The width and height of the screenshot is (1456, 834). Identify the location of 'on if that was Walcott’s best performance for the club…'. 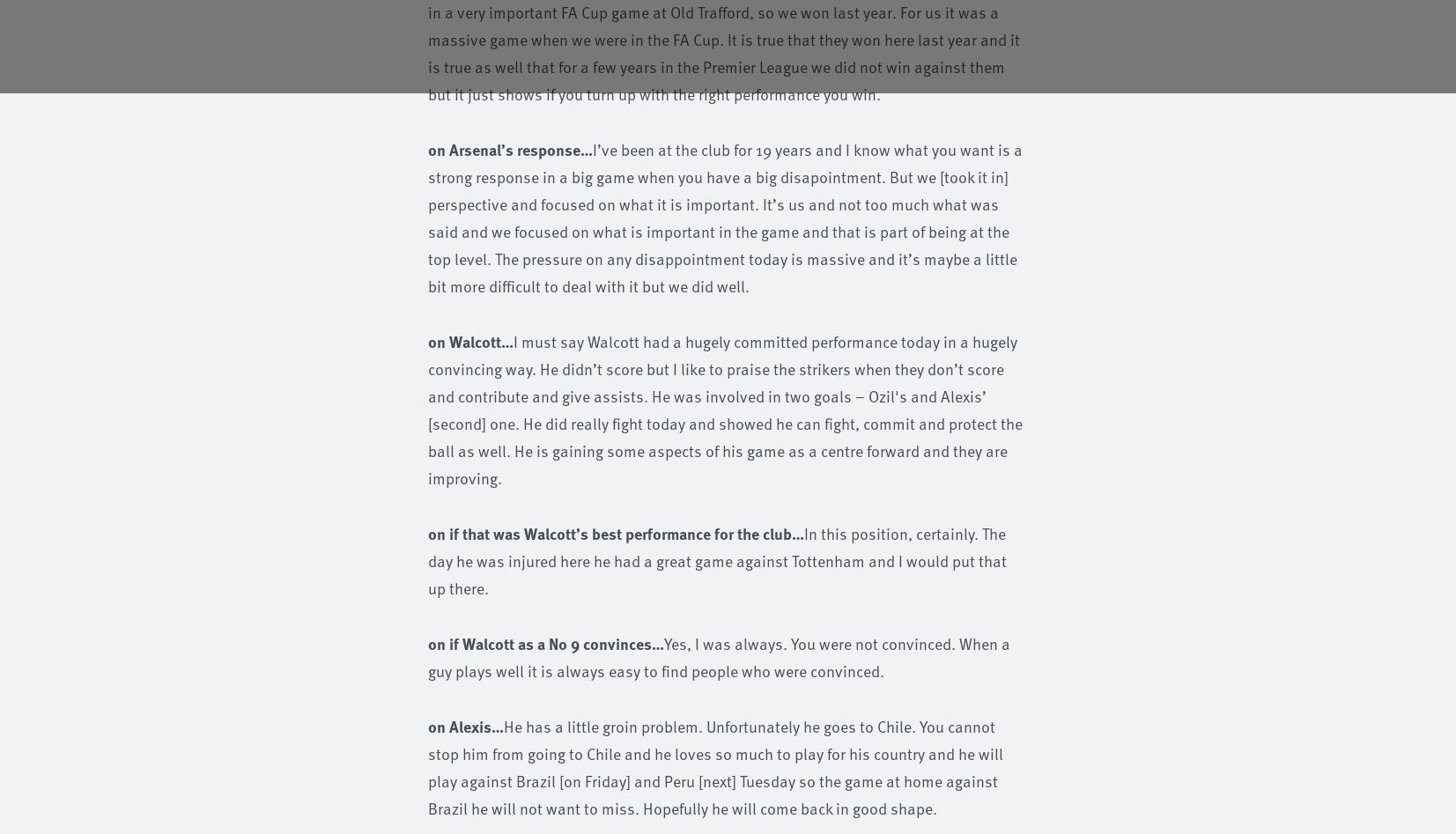
(615, 532).